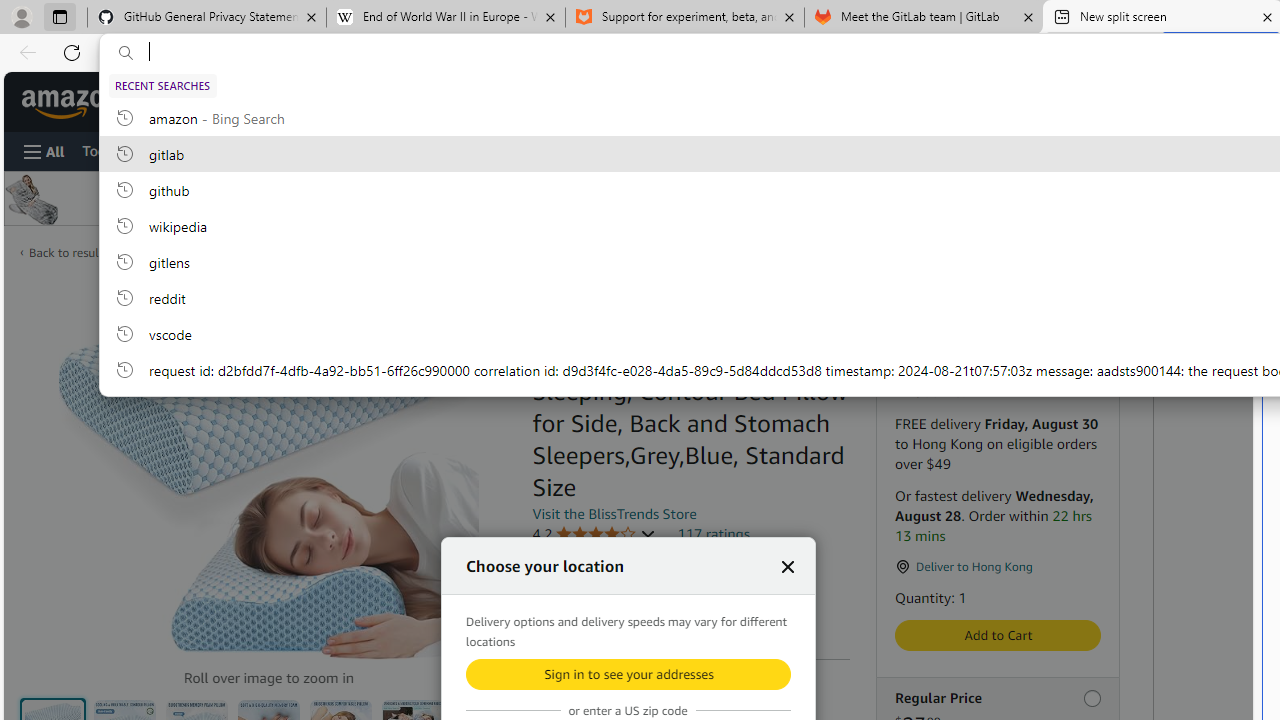 This screenshot has width=1280, height=720. I want to click on 'Meet the GitLab team | GitLab', so click(923, 17).